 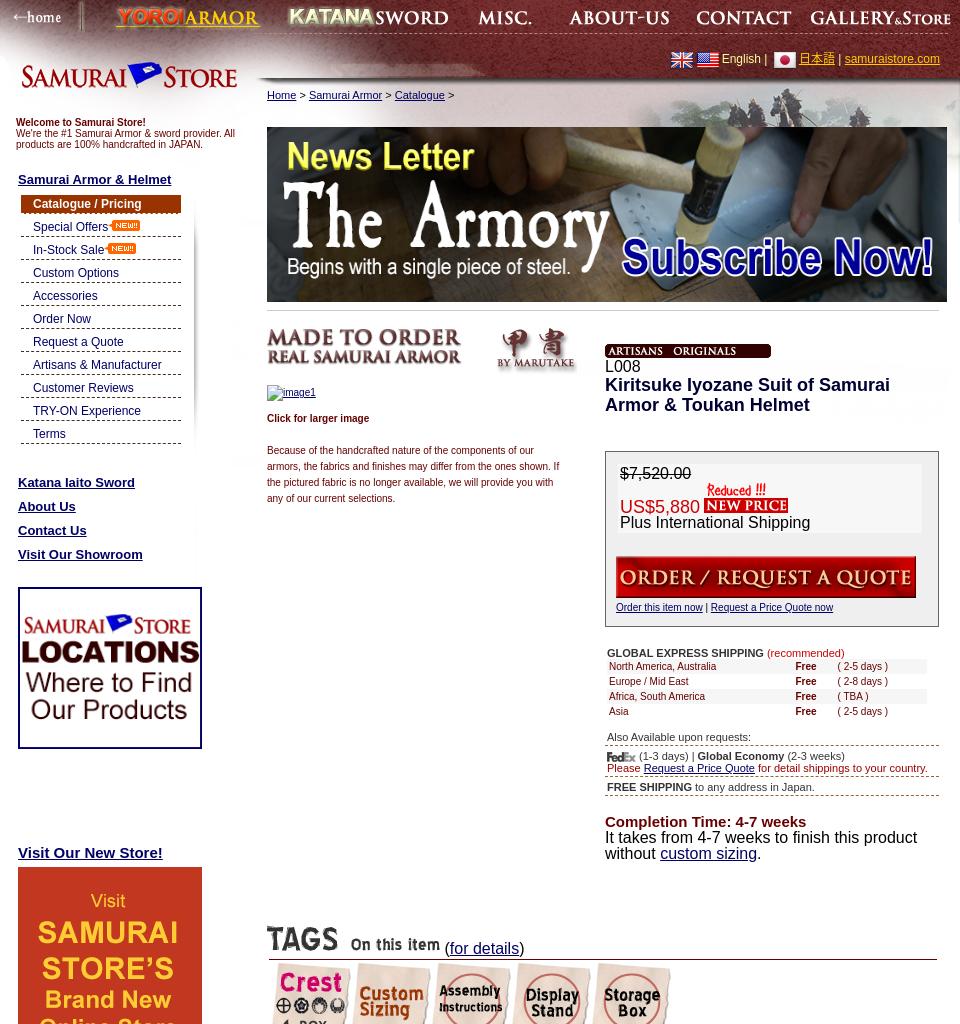 I want to click on 'to any  address in Japan.', so click(x=751, y=787).